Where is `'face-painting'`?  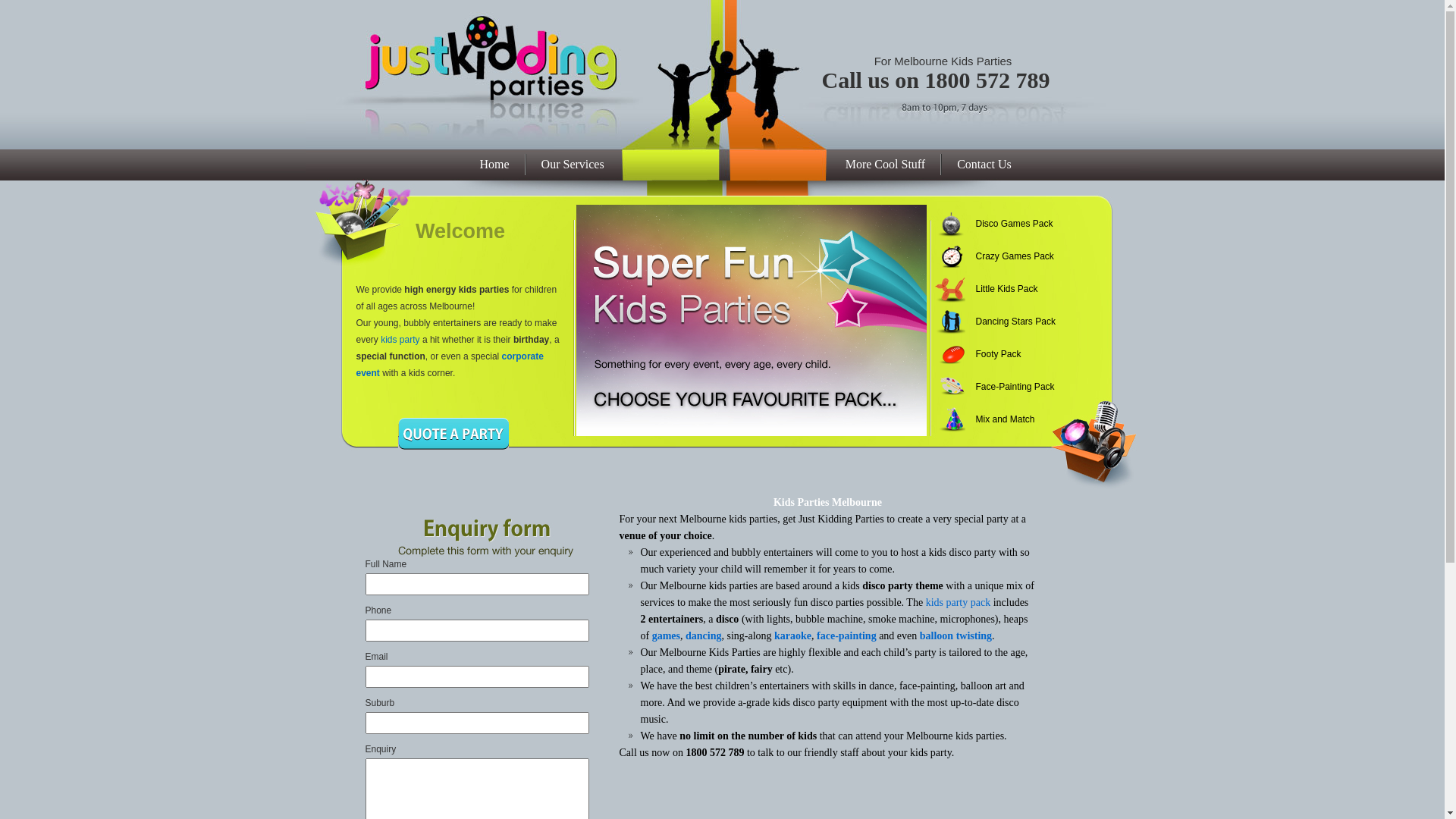 'face-painting' is located at coordinates (846, 635).